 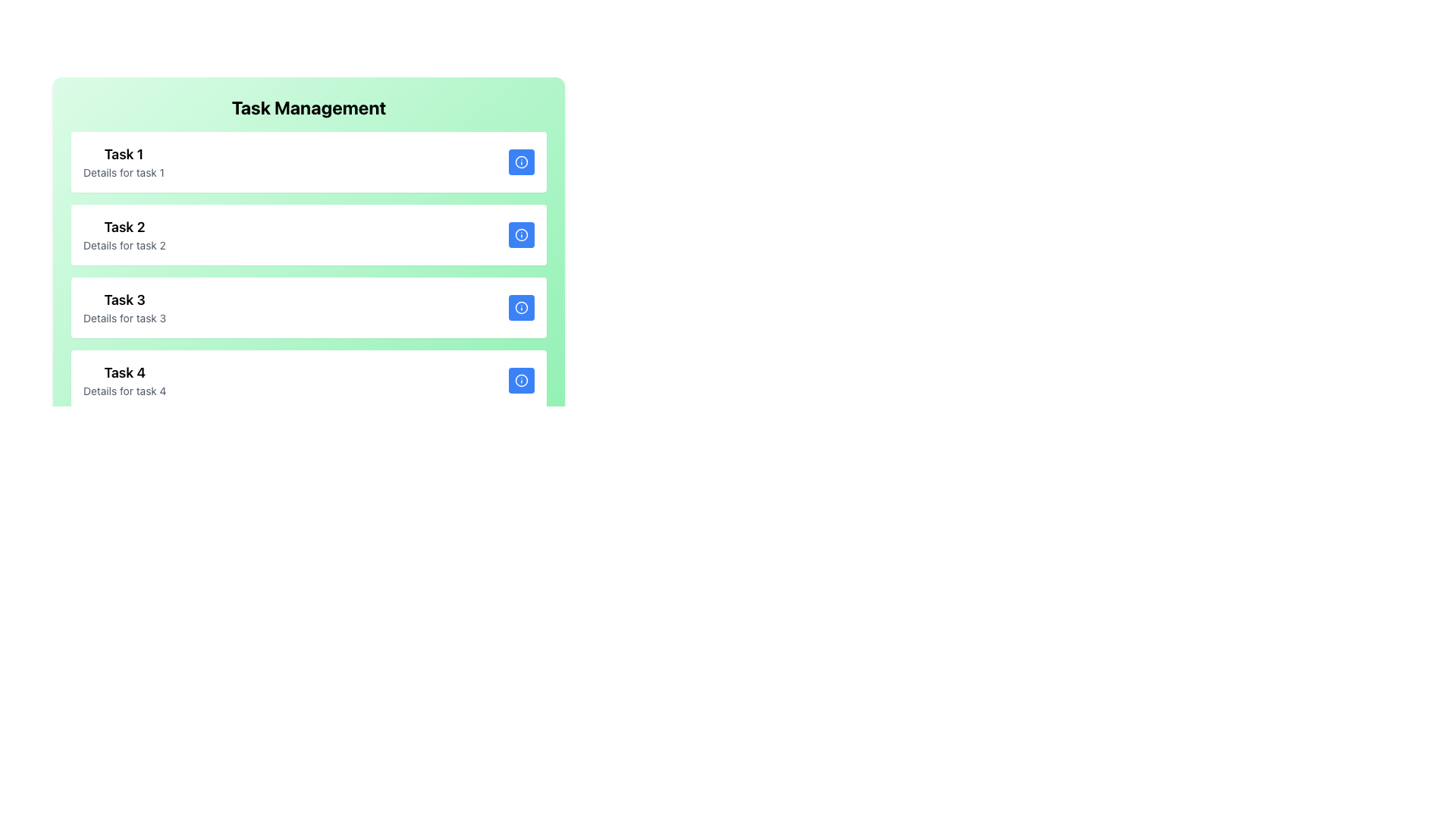 What do you see at coordinates (124, 391) in the screenshot?
I see `the informational Text label that provides details about 'Task 4', positioned below its title in the task entry list` at bounding box center [124, 391].